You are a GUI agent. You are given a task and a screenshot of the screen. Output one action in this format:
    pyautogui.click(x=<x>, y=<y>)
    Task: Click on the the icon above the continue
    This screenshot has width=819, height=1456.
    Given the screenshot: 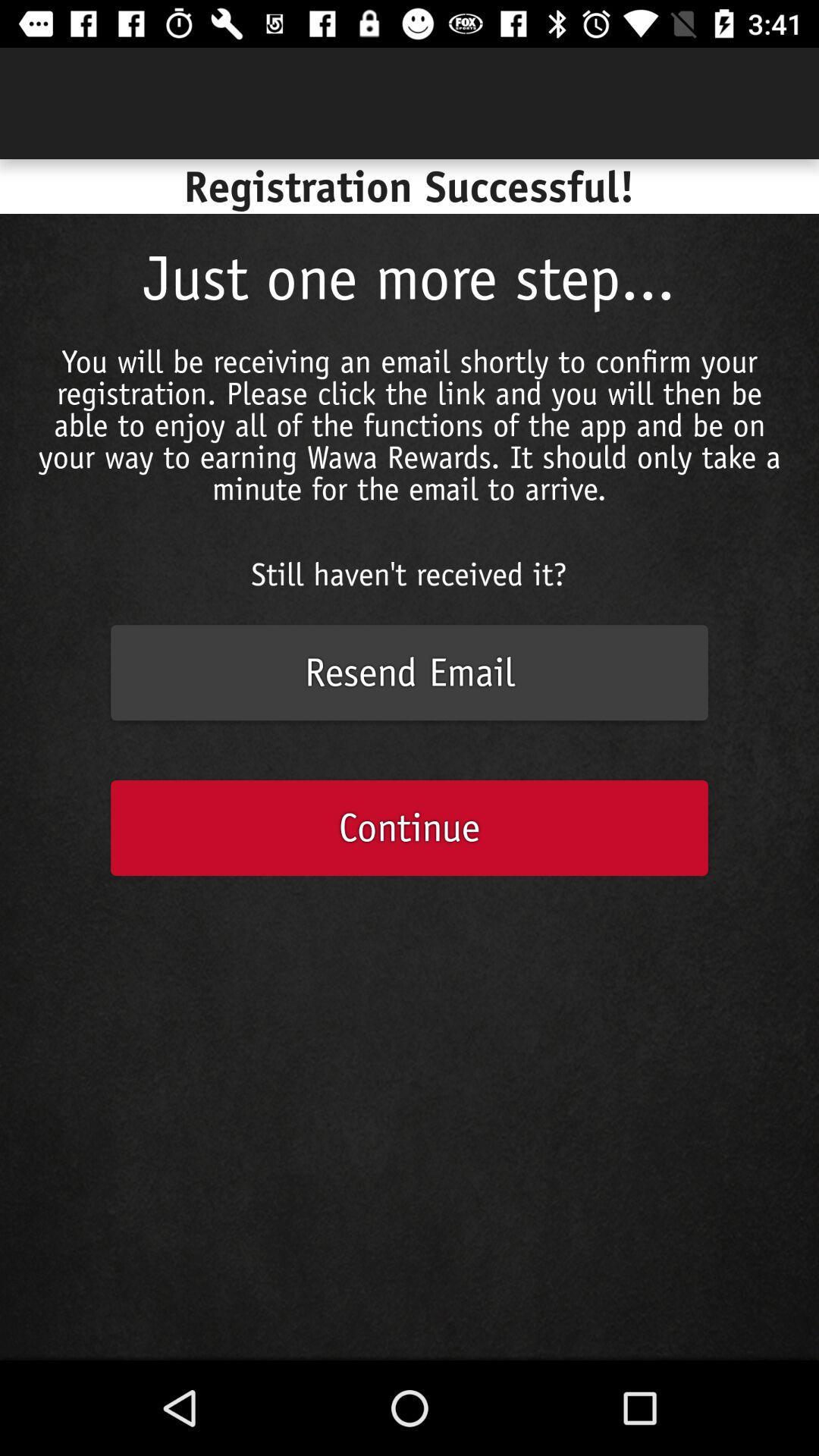 What is the action you would take?
    pyautogui.click(x=409, y=672)
    